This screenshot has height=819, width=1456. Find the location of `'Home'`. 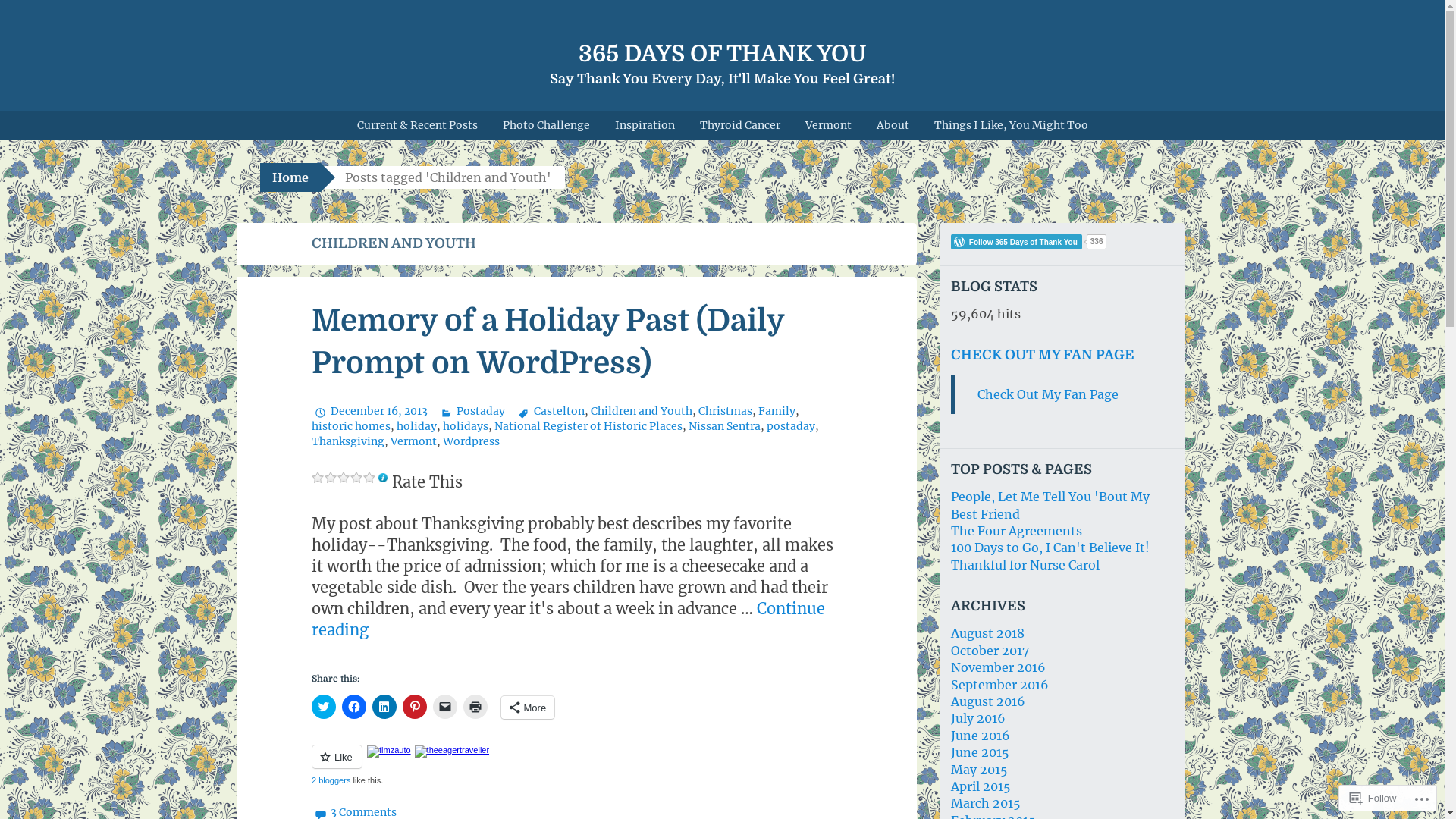

'Home' is located at coordinates (290, 177).